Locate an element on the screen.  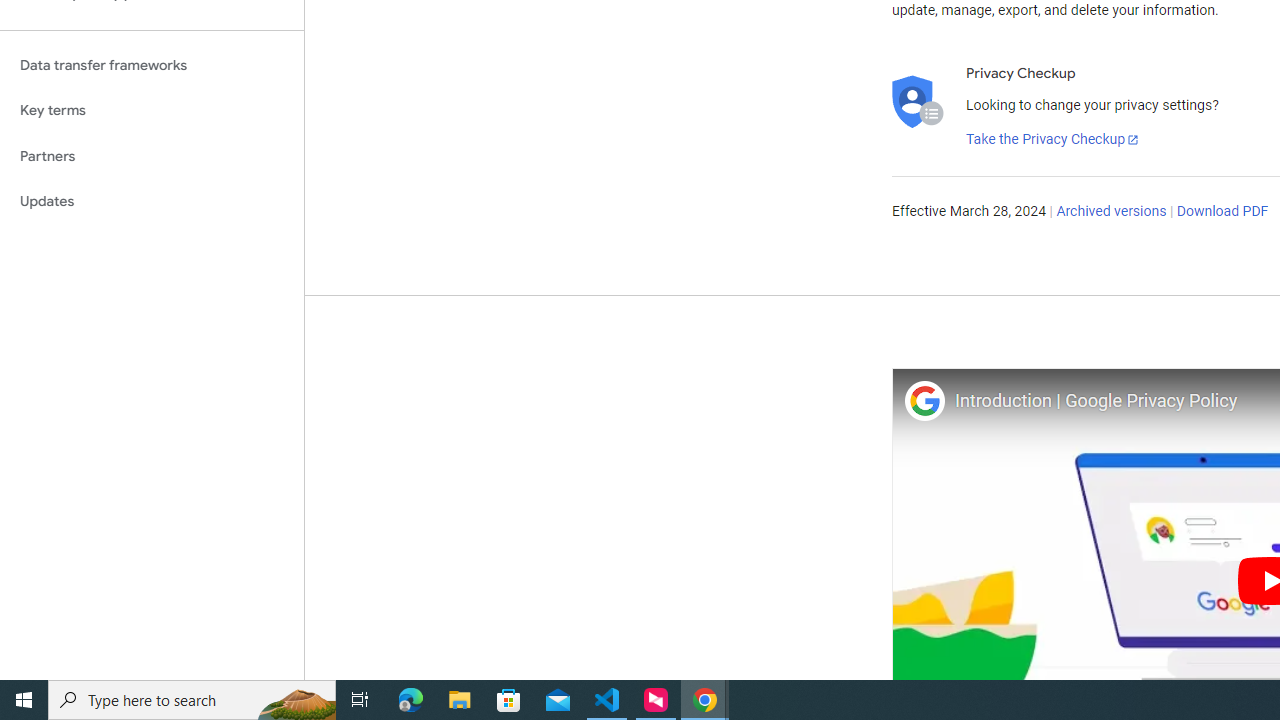
'Photo image of Google' is located at coordinates (923, 400).